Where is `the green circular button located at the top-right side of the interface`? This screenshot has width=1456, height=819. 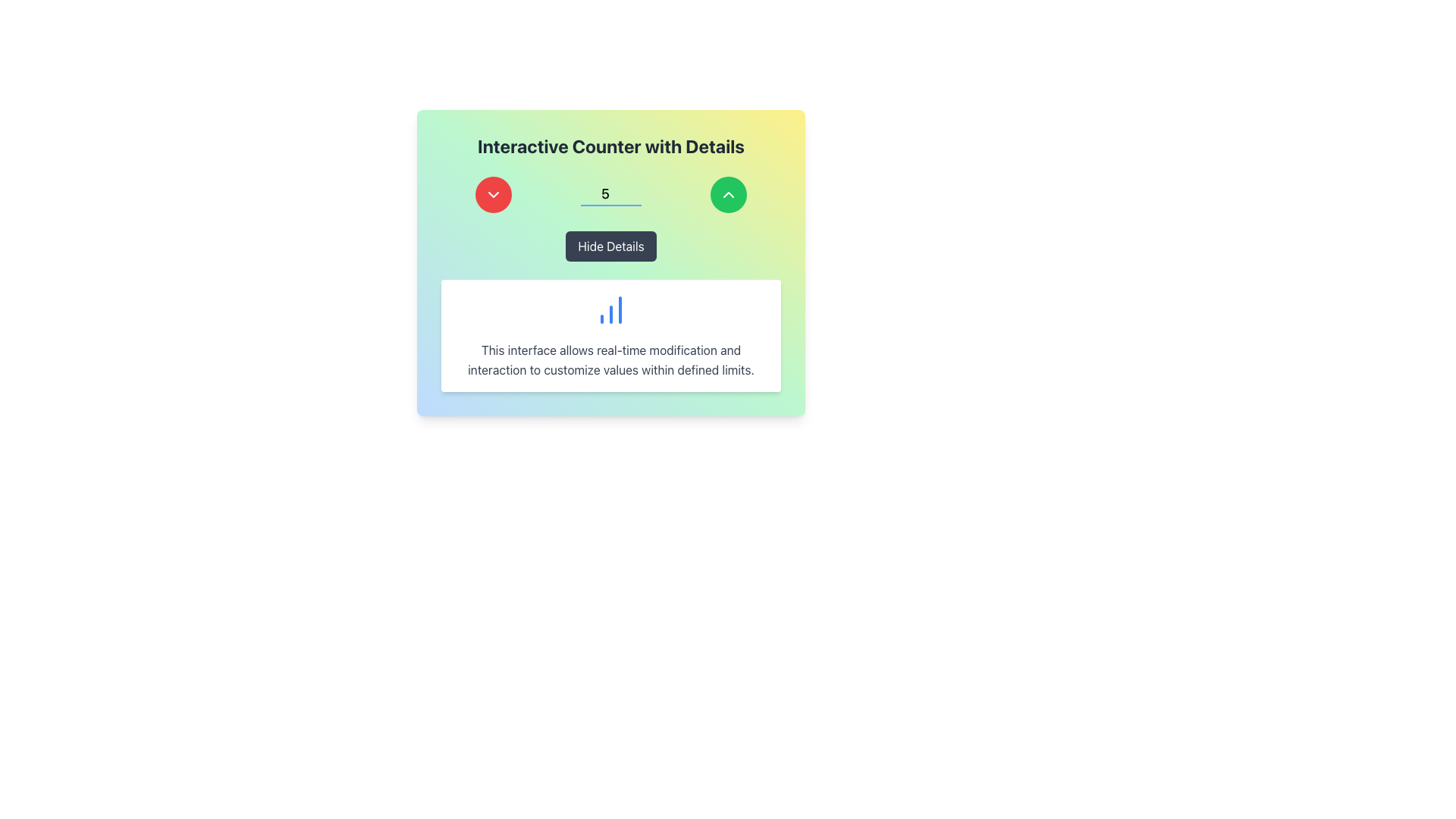 the green circular button located at the top-right side of the interface is located at coordinates (728, 194).